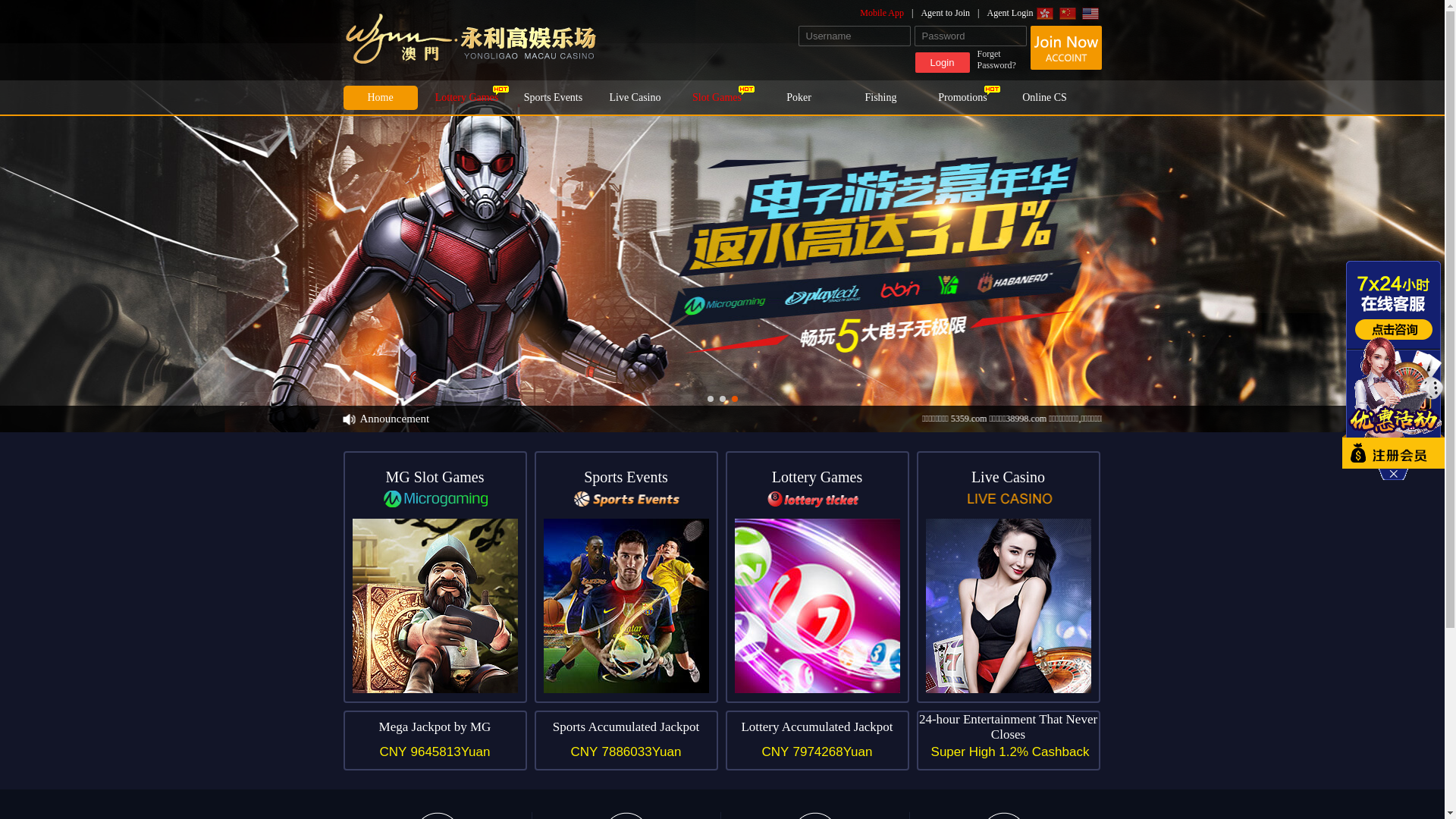  I want to click on 'Agent Login', so click(987, 12).